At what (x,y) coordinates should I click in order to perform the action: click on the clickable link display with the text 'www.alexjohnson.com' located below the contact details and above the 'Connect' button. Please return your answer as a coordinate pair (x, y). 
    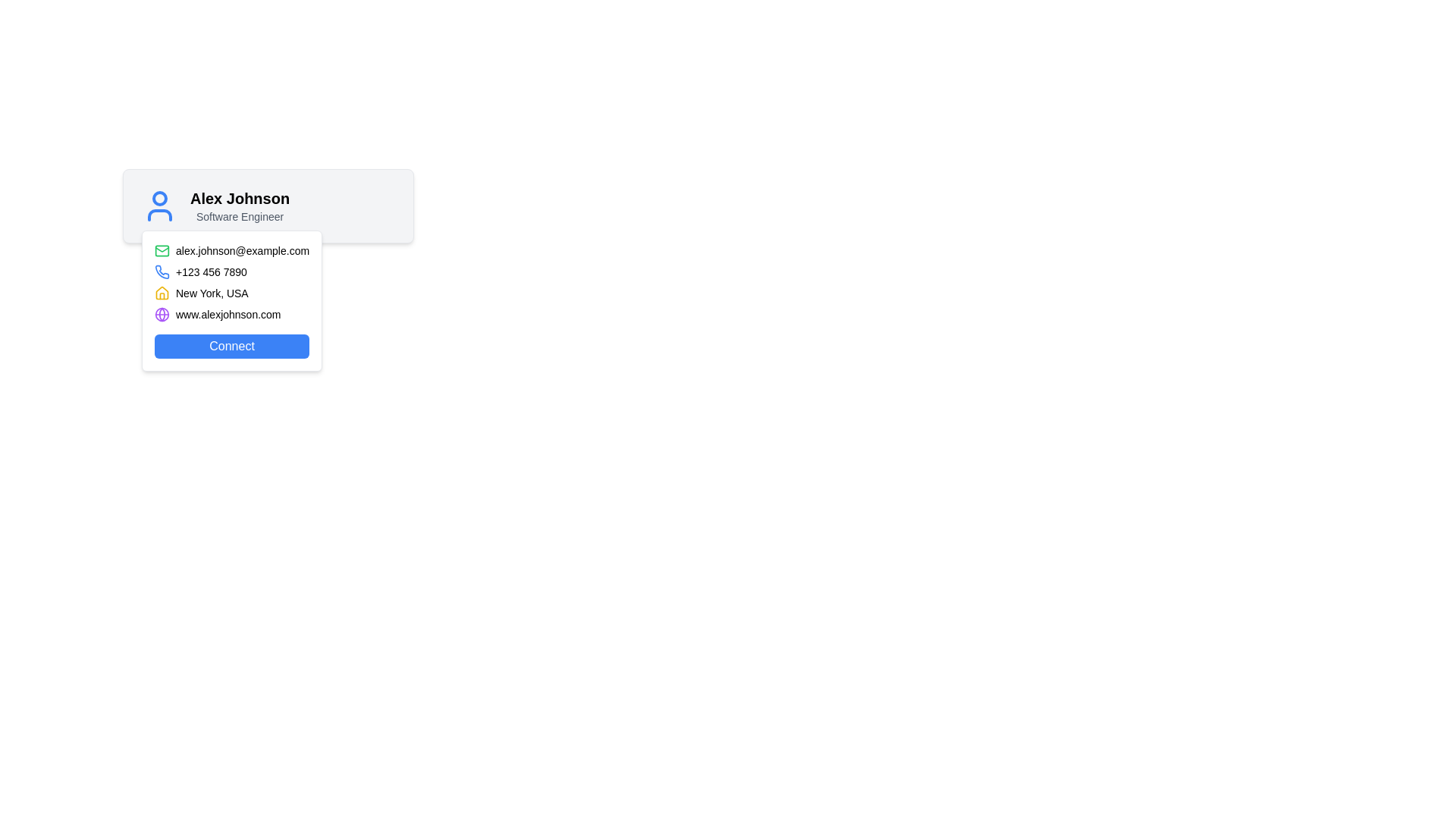
    Looking at the image, I should click on (231, 314).